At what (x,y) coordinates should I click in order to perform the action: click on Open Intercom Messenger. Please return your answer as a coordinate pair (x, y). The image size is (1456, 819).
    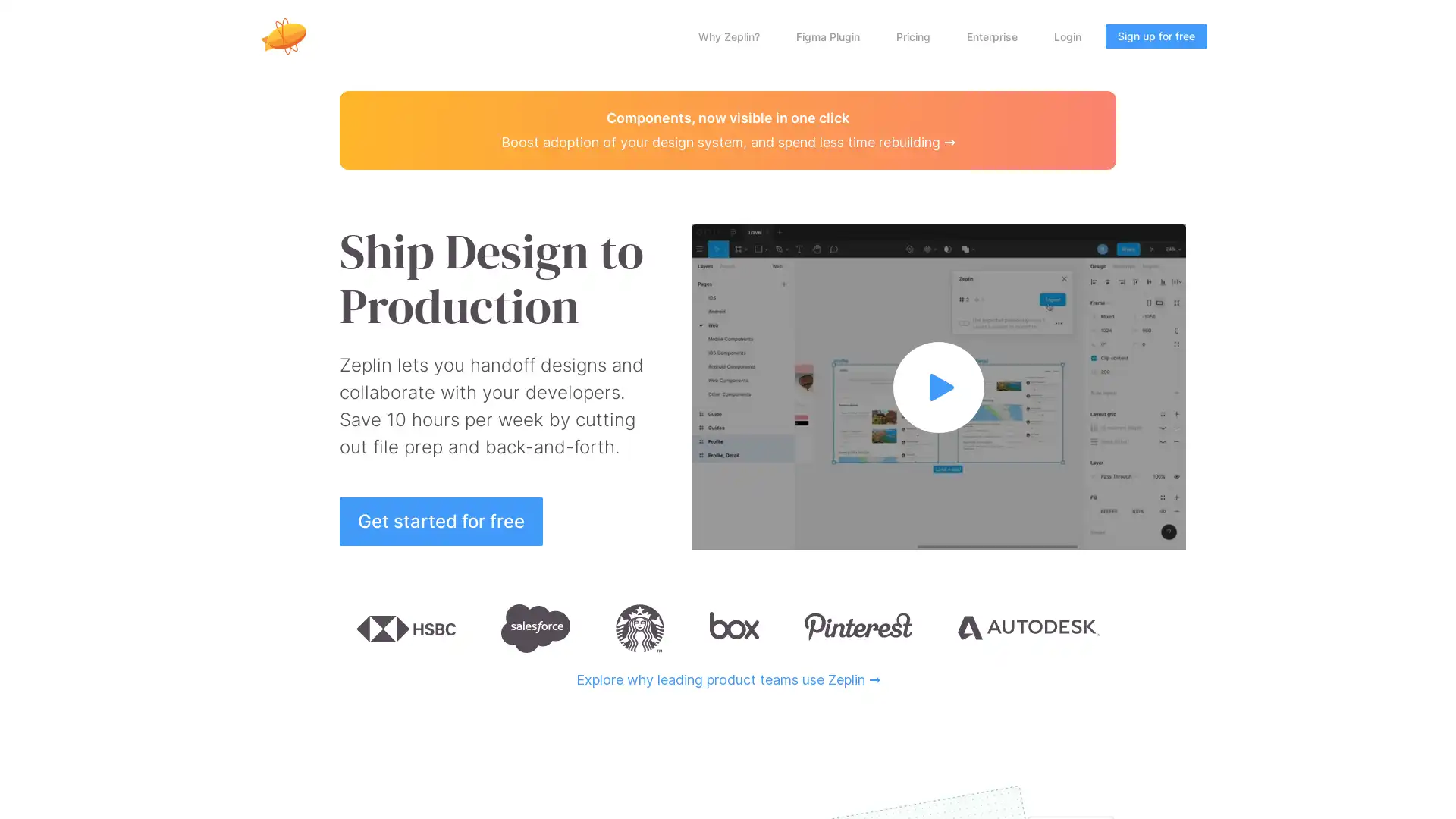
    Looking at the image, I should click on (1417, 780).